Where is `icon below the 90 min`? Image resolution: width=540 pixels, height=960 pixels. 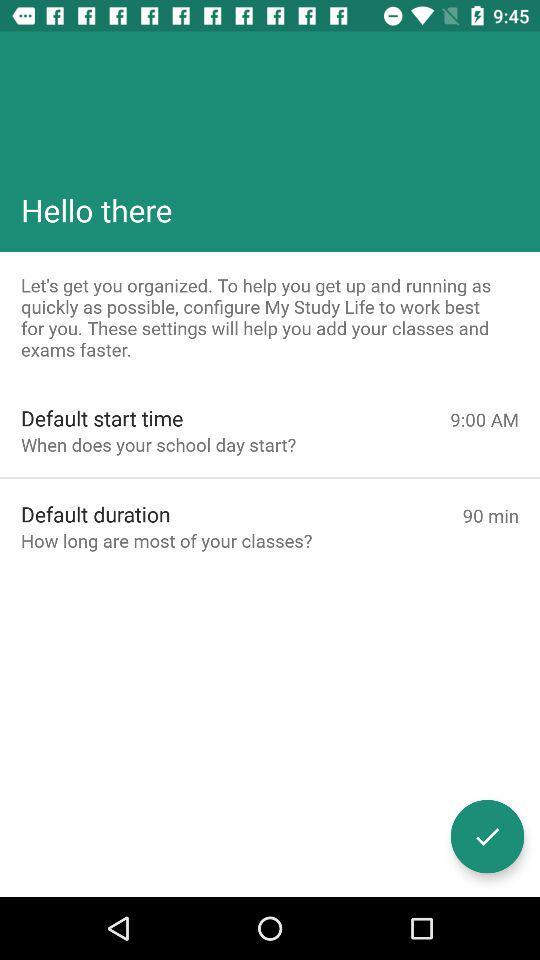 icon below the 90 min is located at coordinates (486, 836).